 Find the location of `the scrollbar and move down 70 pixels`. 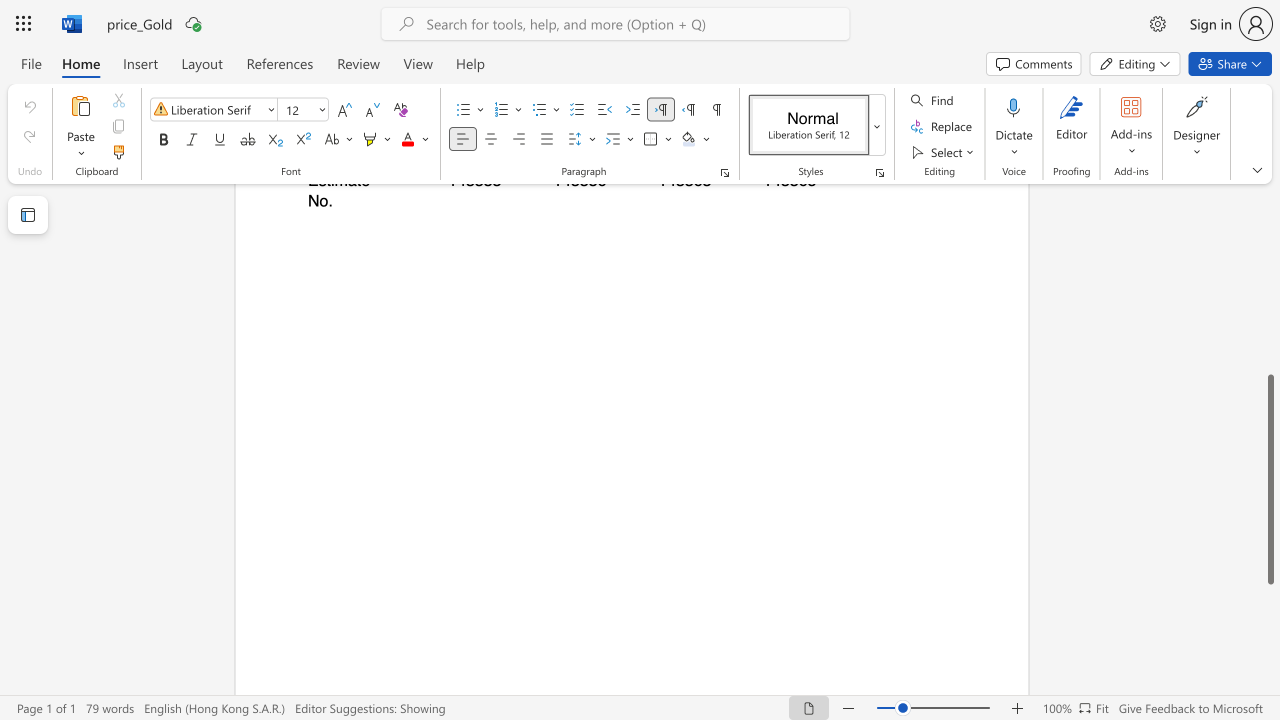

the scrollbar and move down 70 pixels is located at coordinates (1269, 479).